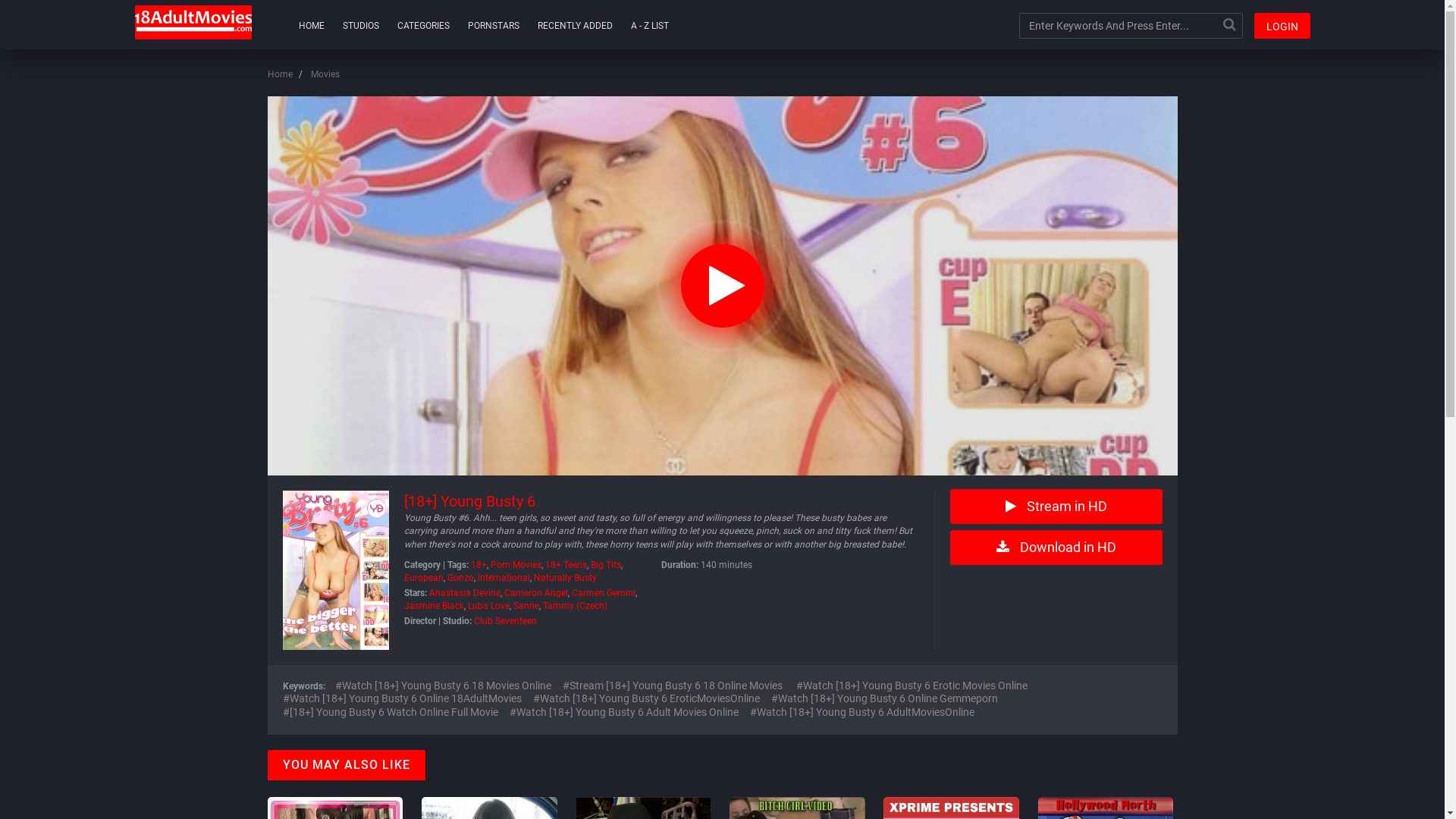  I want to click on 'Tammy (Czech)', so click(542, 604).